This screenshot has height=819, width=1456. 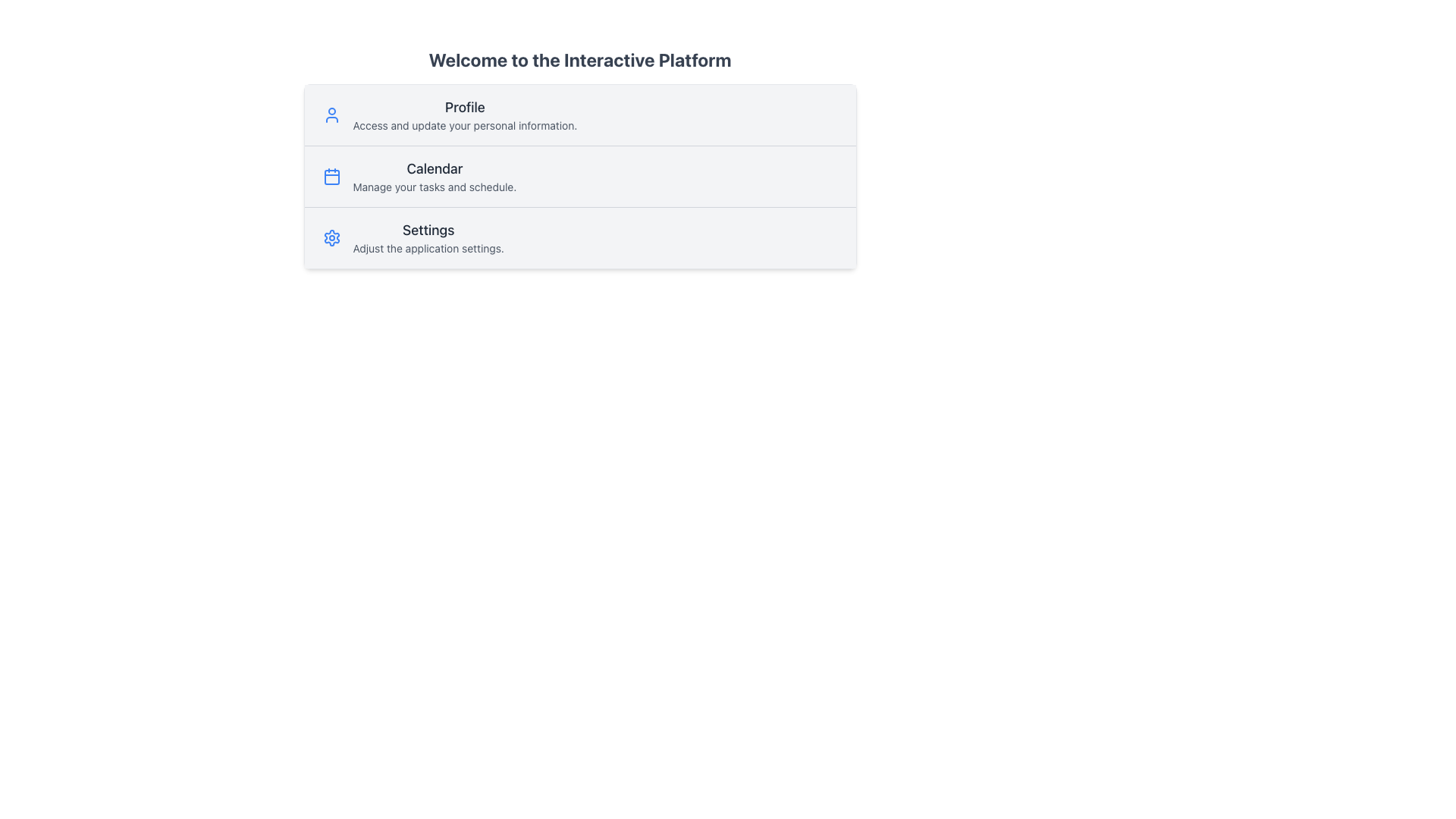 What do you see at coordinates (434, 169) in the screenshot?
I see `the text element displaying 'Calendar' in bold, dark gray font, centrally located within a card section` at bounding box center [434, 169].